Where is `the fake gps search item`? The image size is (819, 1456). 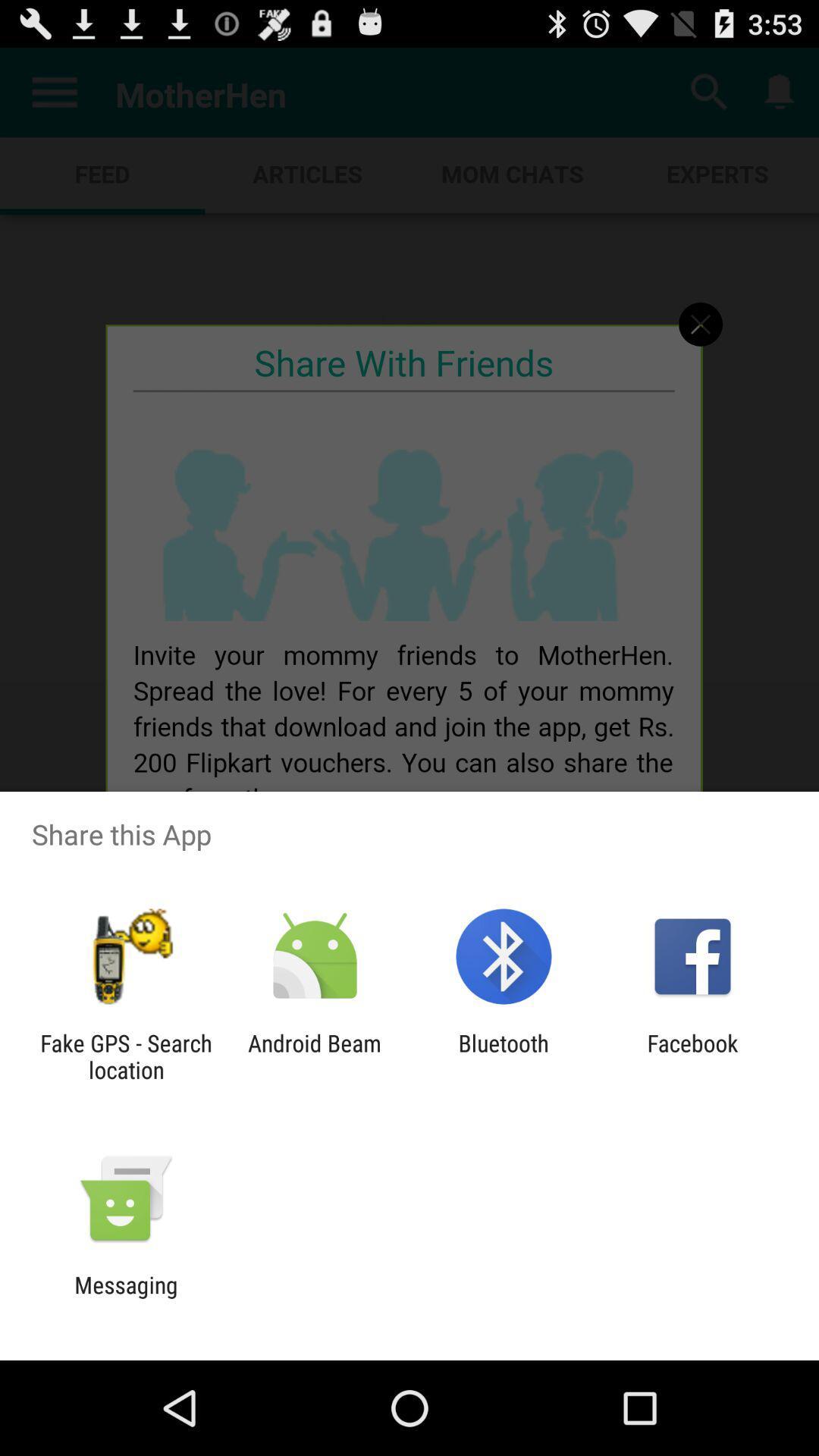
the fake gps search item is located at coordinates (125, 1056).